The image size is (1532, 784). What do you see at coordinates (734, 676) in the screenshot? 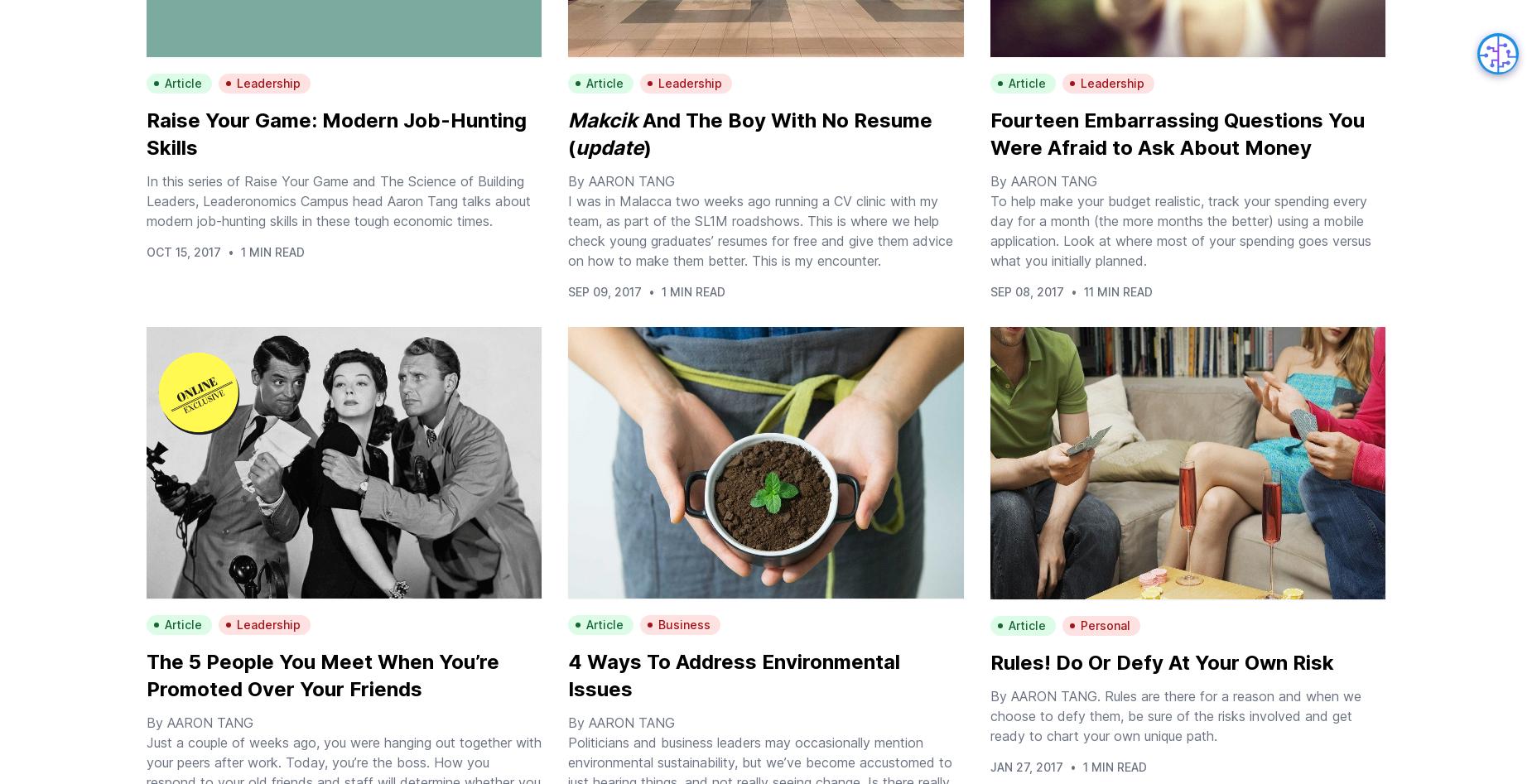
I see `'4 Ways To Address Environmental Issues'` at bounding box center [734, 676].